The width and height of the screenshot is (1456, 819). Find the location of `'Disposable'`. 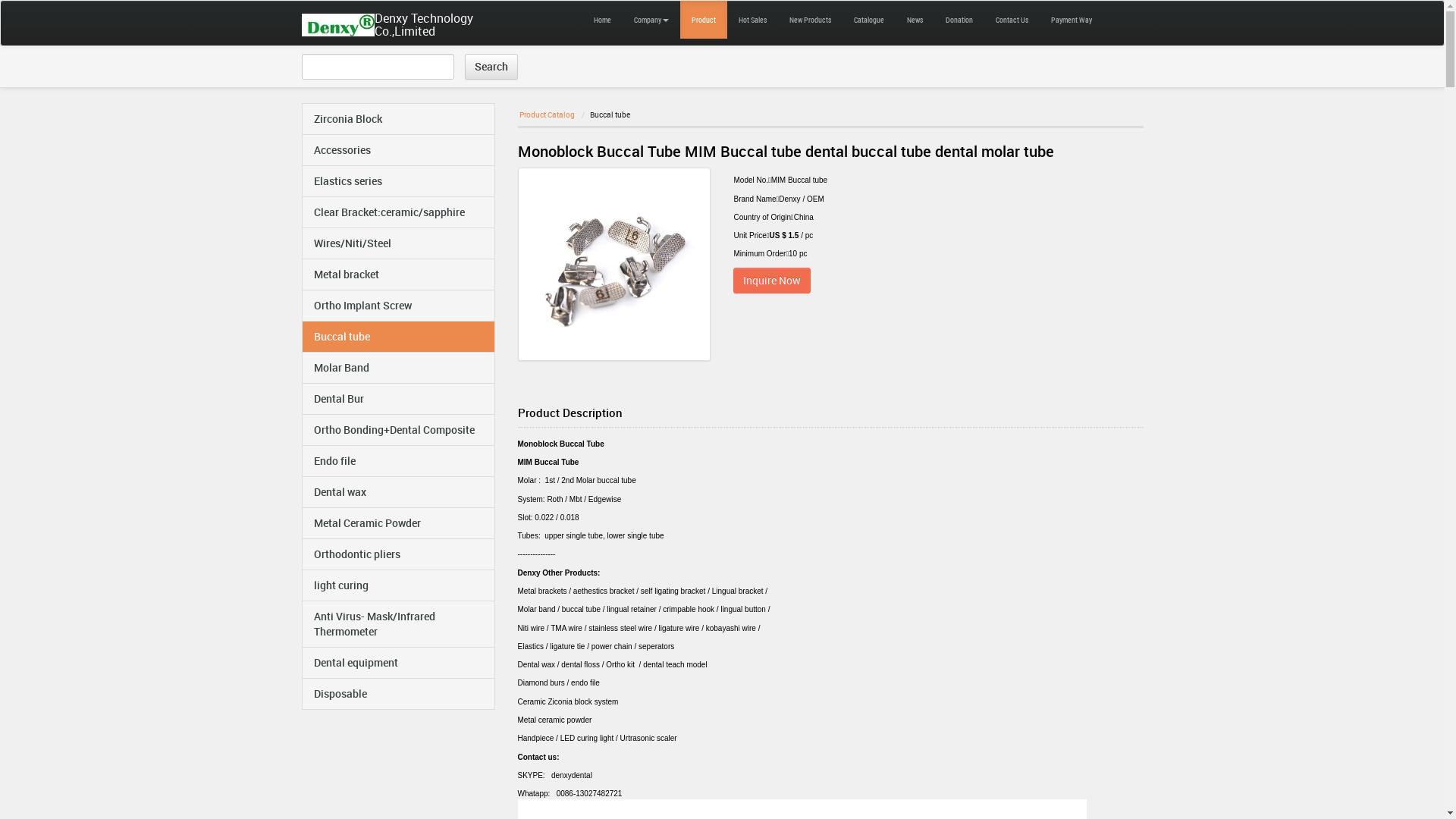

'Disposable' is located at coordinates (397, 693).